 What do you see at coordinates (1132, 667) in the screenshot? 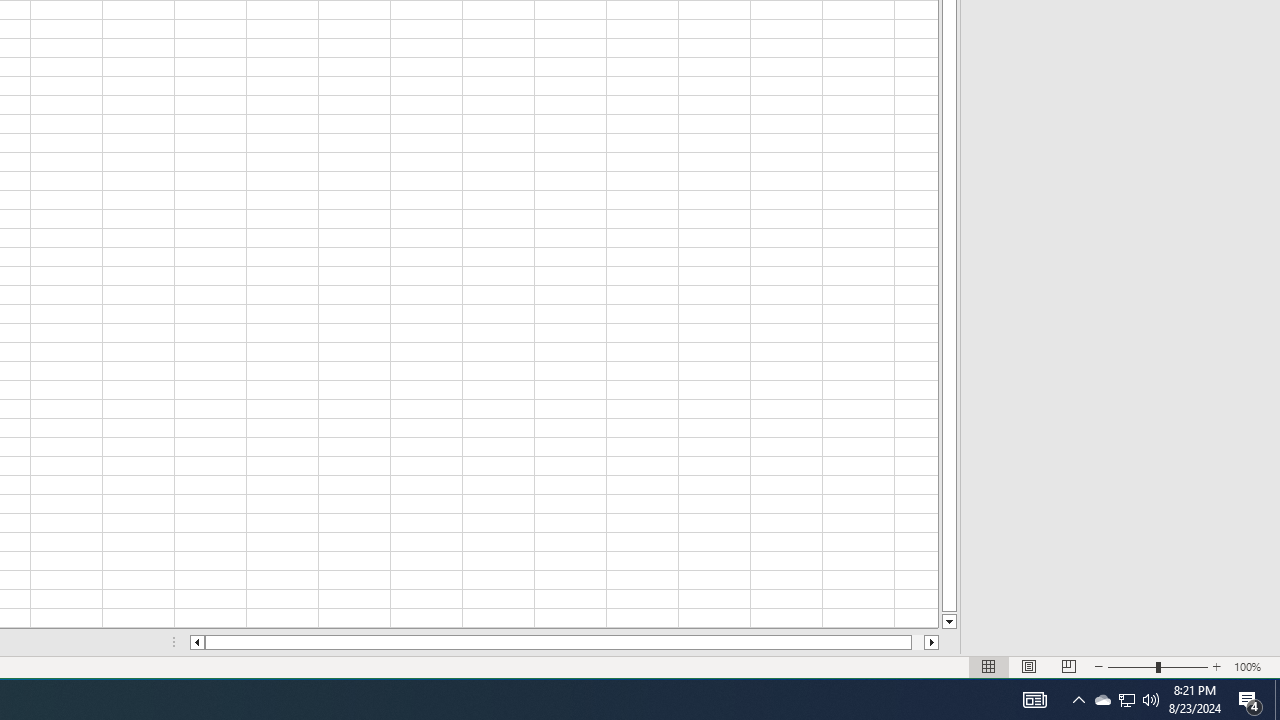
I see `'Zoom Out'` at bounding box center [1132, 667].